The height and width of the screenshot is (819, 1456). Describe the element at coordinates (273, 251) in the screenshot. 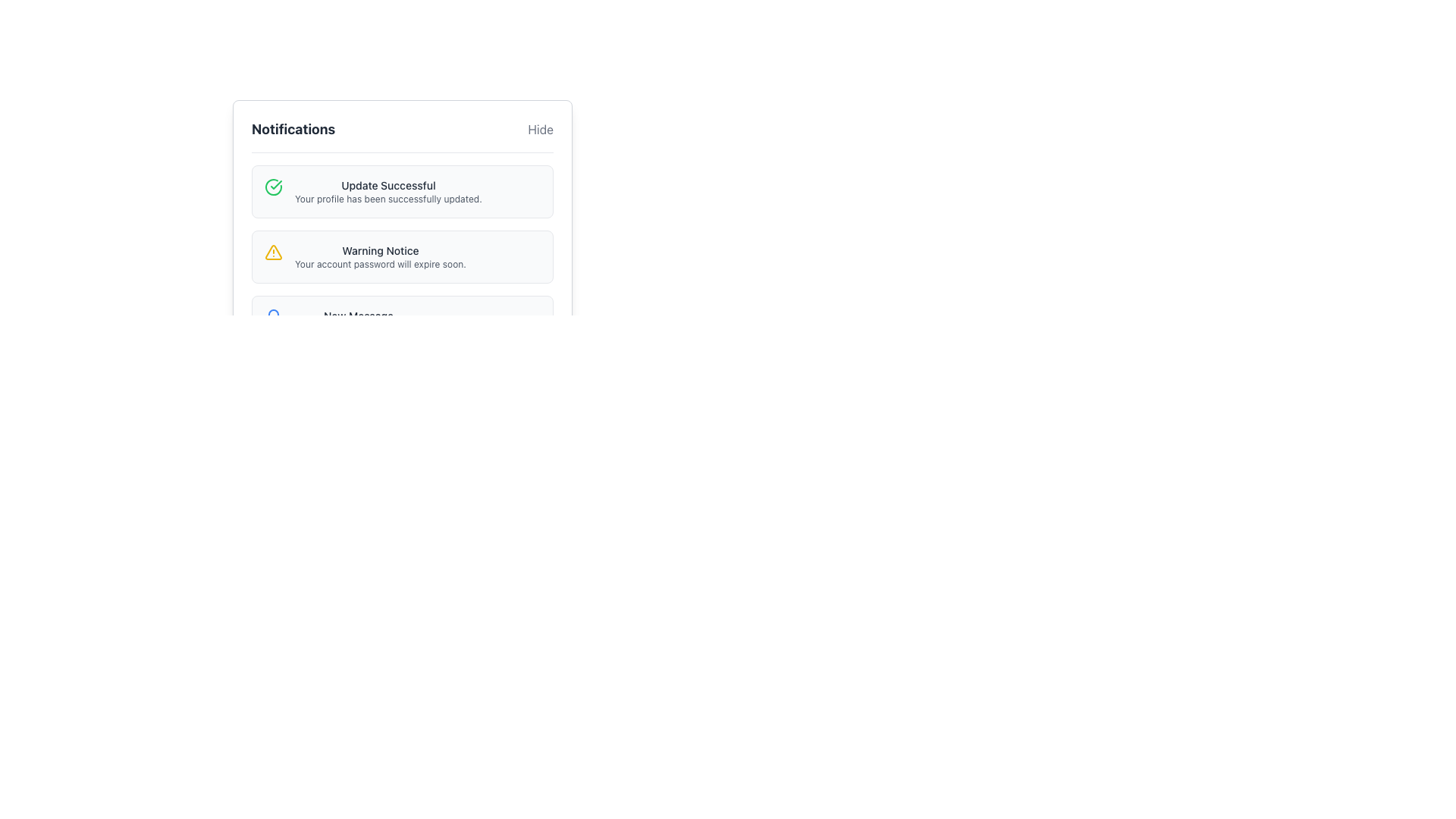

I see `the yellow triangular warning icon with a bold outline and an exclamation symbol inside, located at the start of the 'Warning Notice' notification` at that location.